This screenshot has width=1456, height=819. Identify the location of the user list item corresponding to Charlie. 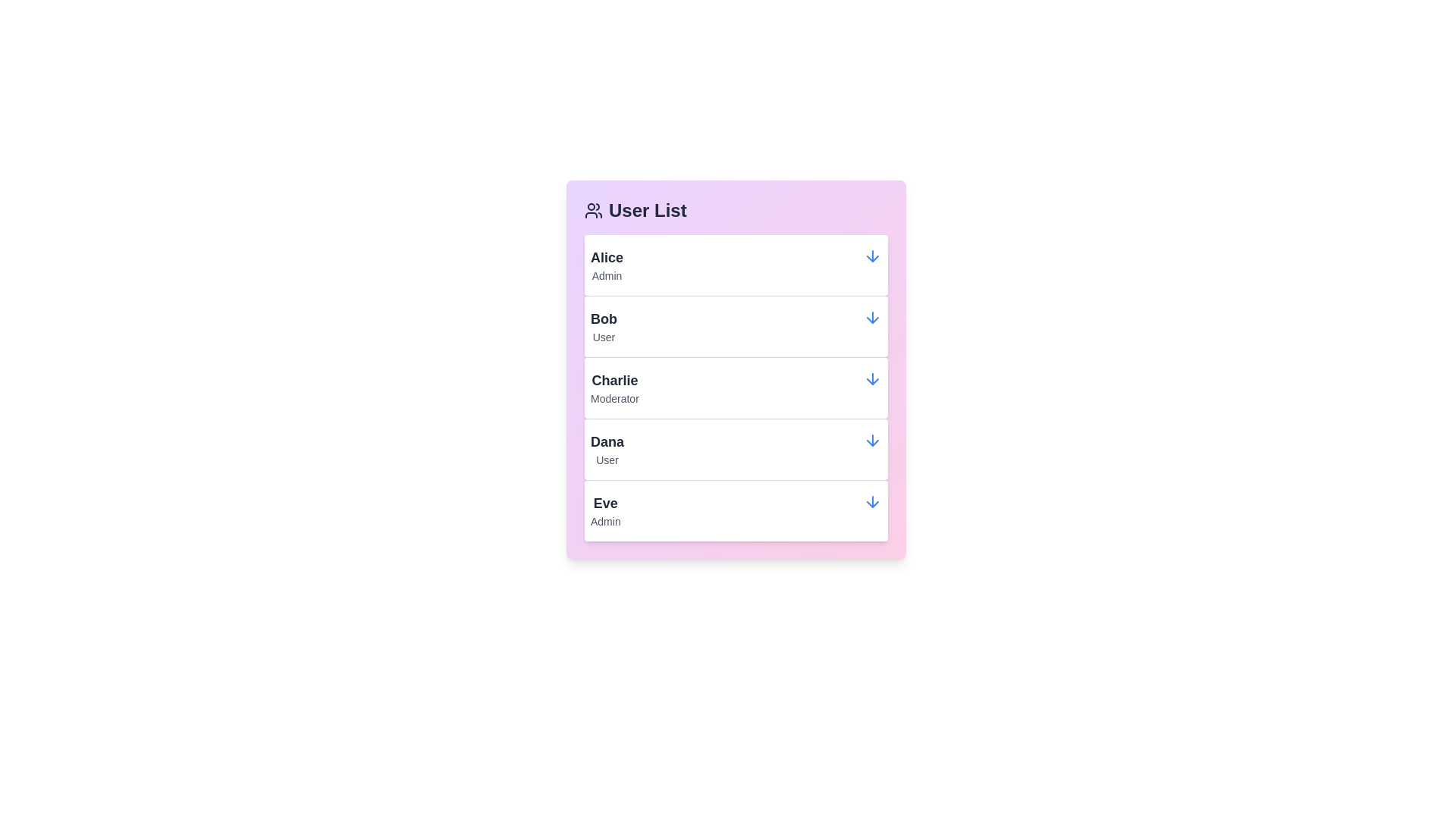
(736, 386).